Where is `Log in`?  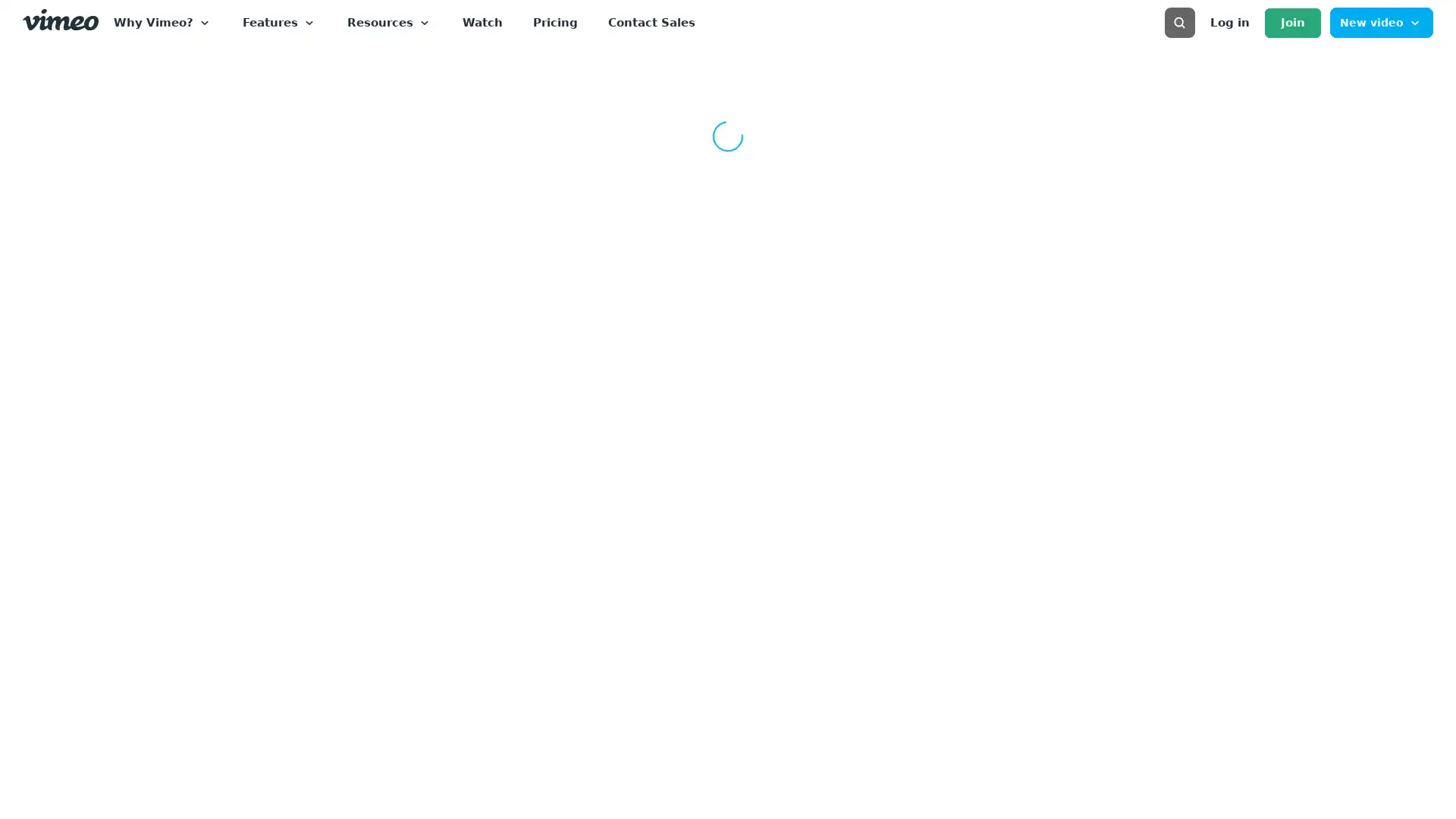 Log in is located at coordinates (1229, 23).